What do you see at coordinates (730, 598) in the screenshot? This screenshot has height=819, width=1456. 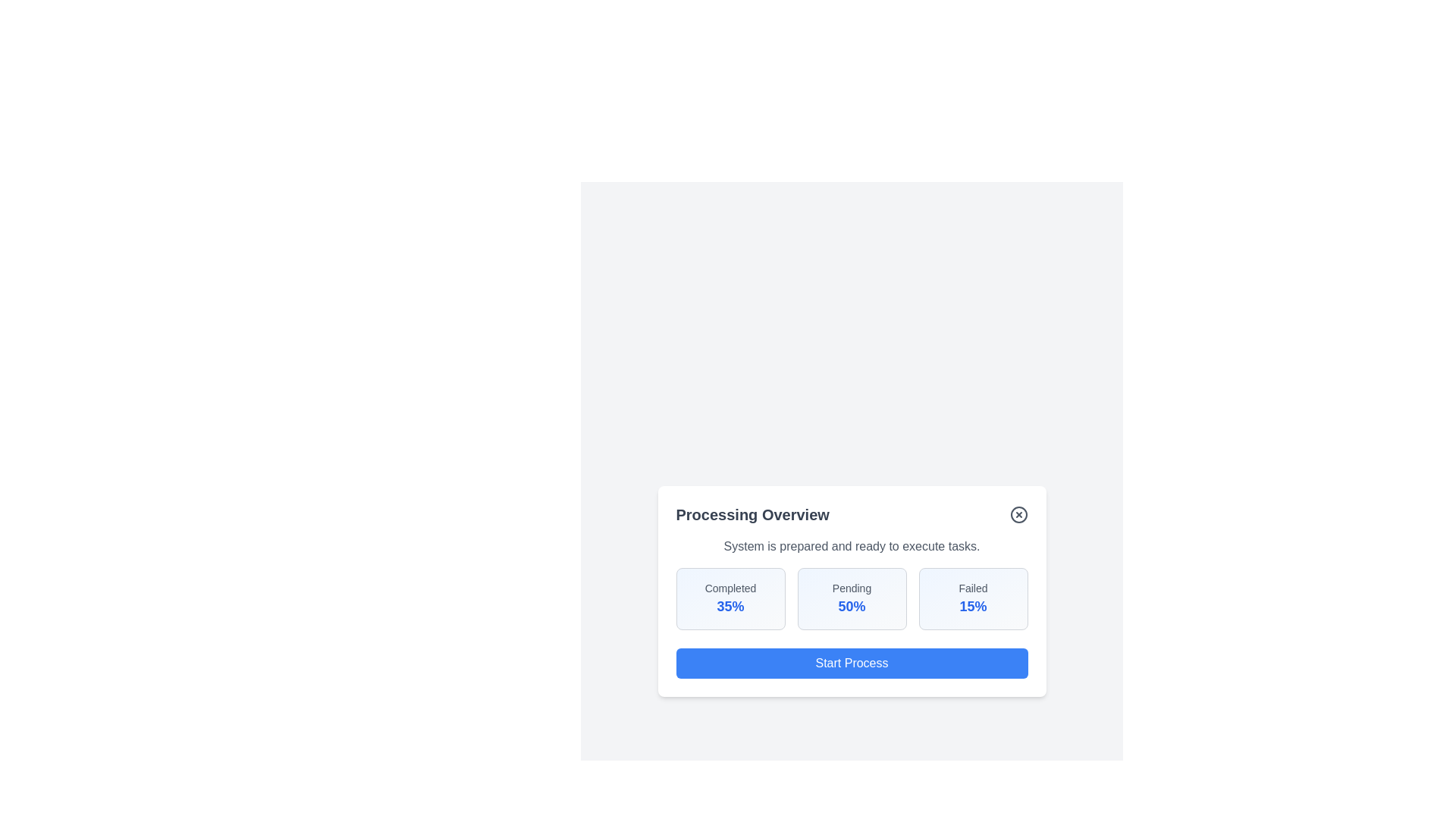 I see `the statistic box labeled 'Completed' to analyze its content` at bounding box center [730, 598].